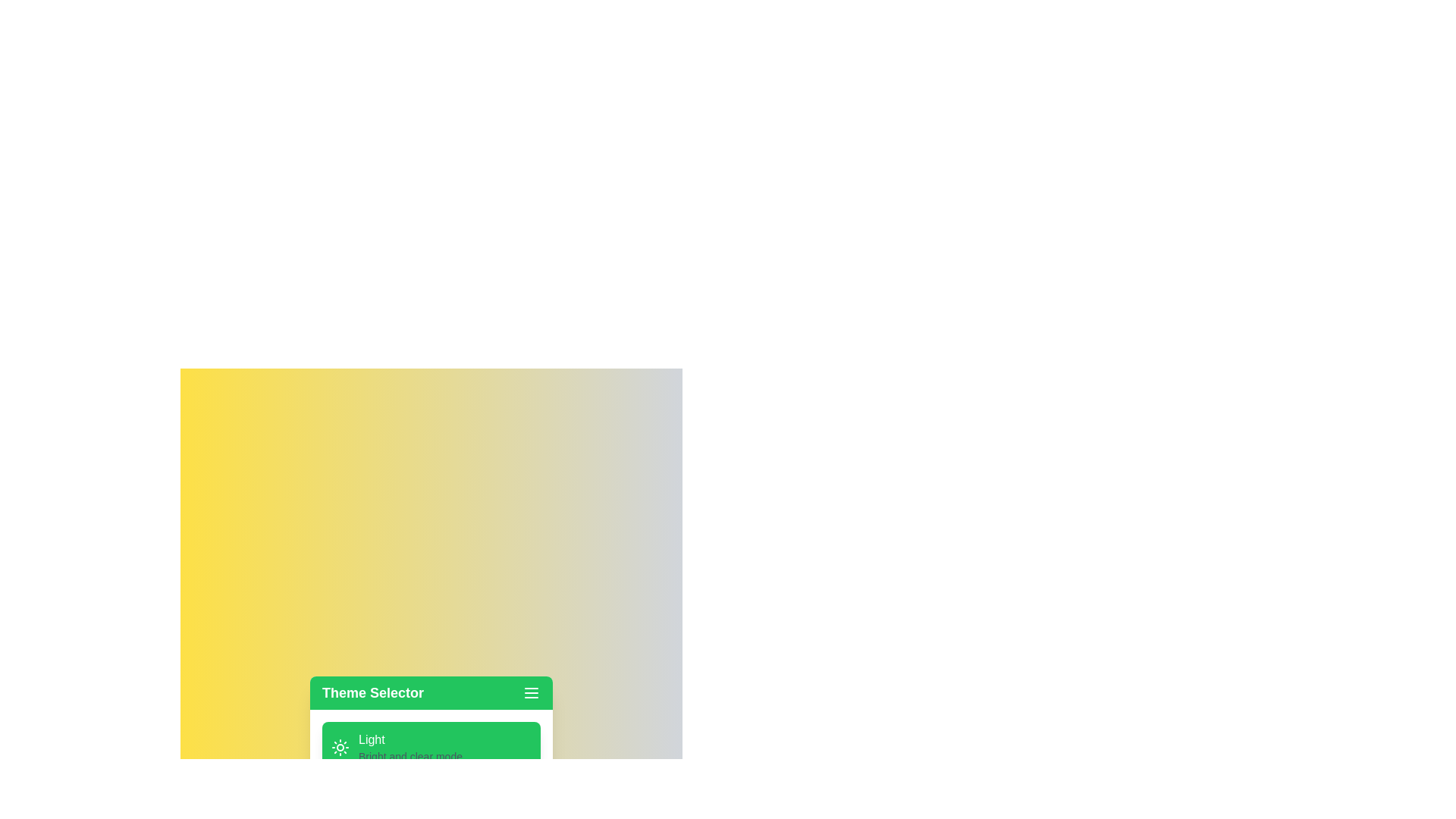 This screenshot has height=819, width=1456. I want to click on the menu button located in the header of the component, so click(531, 693).